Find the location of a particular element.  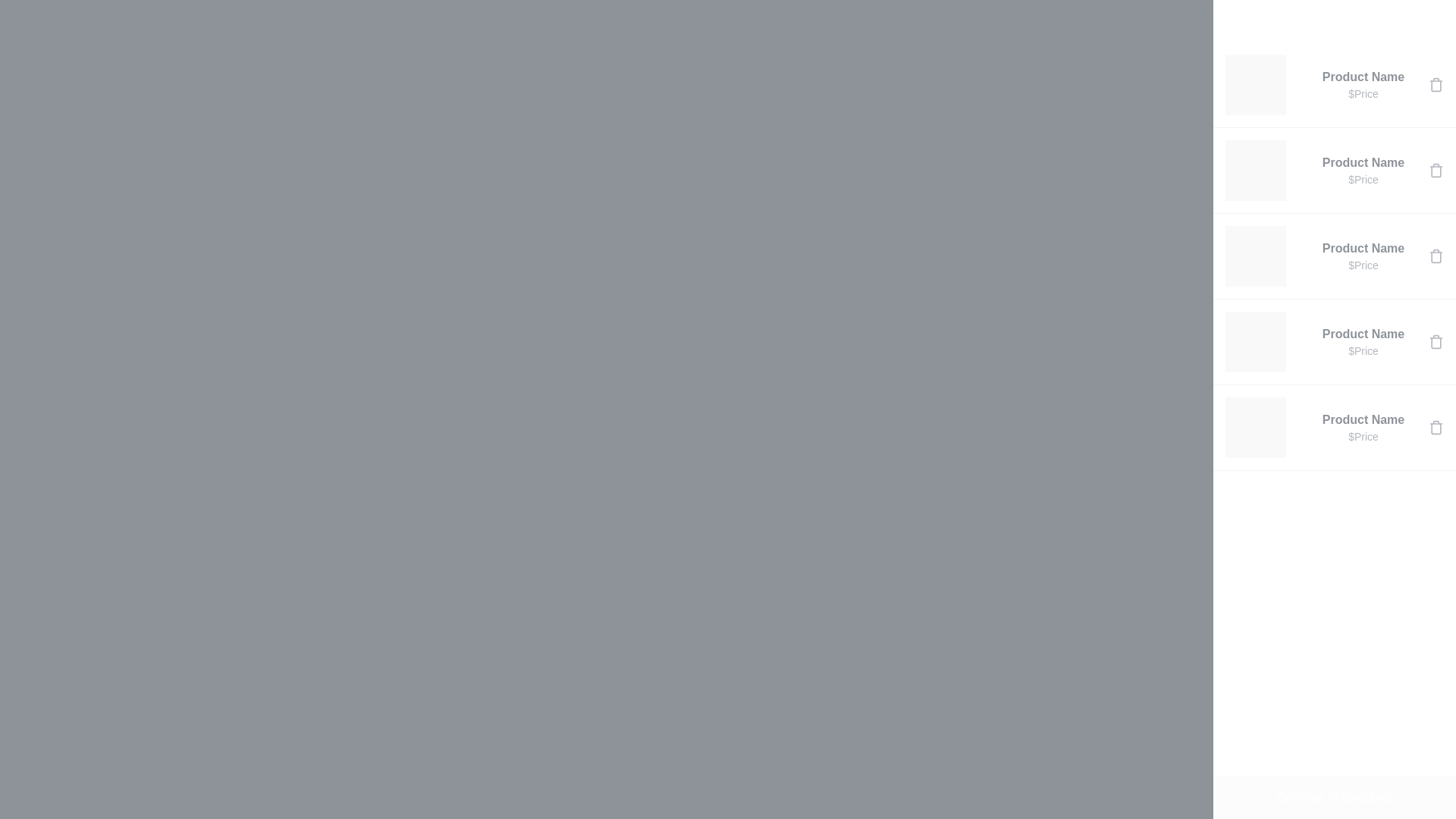

the Trash Icon Button located at the far right of the product item list is located at coordinates (1436, 342).